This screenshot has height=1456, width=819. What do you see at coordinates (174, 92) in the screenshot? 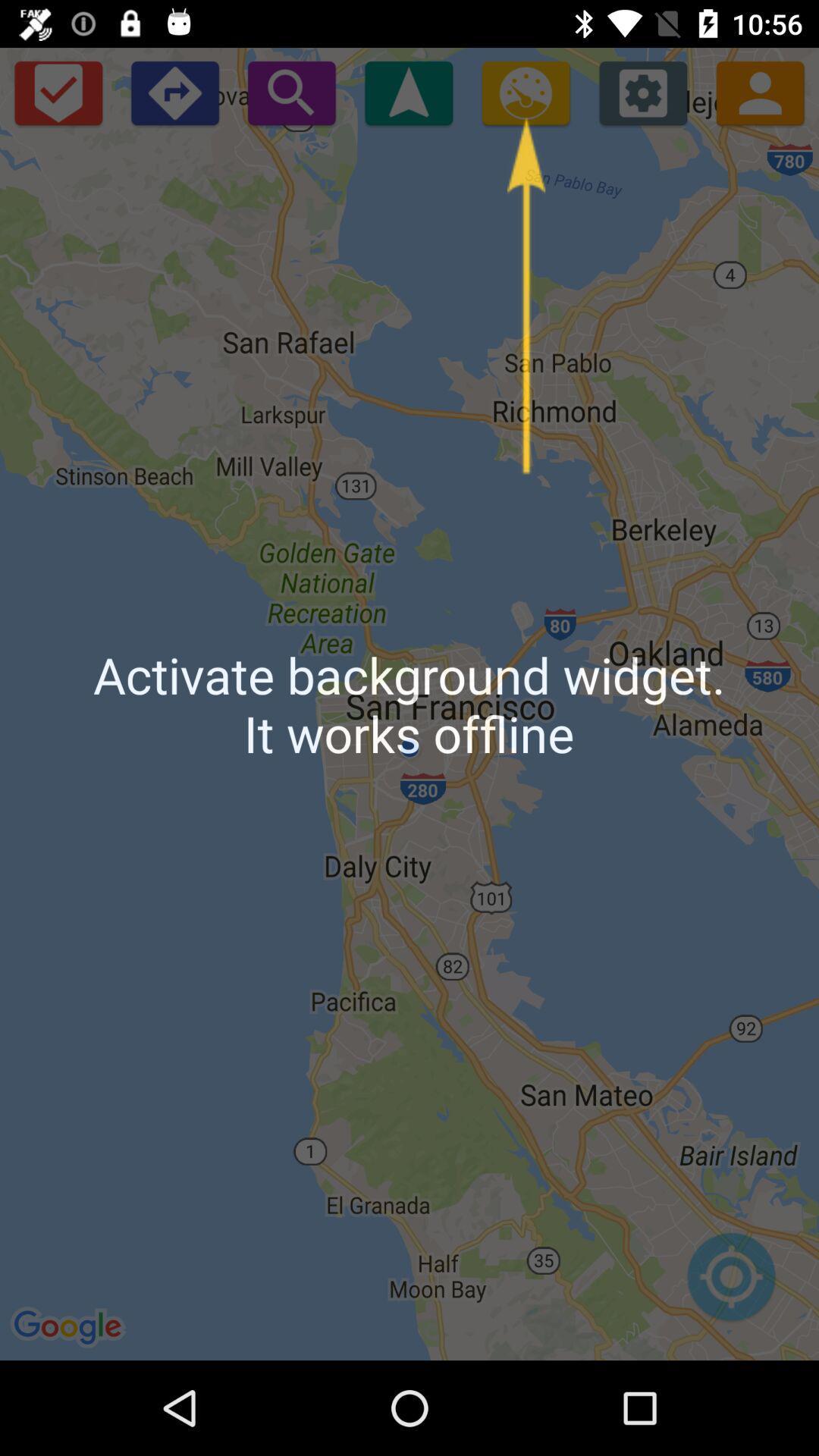
I see `get directions` at bounding box center [174, 92].